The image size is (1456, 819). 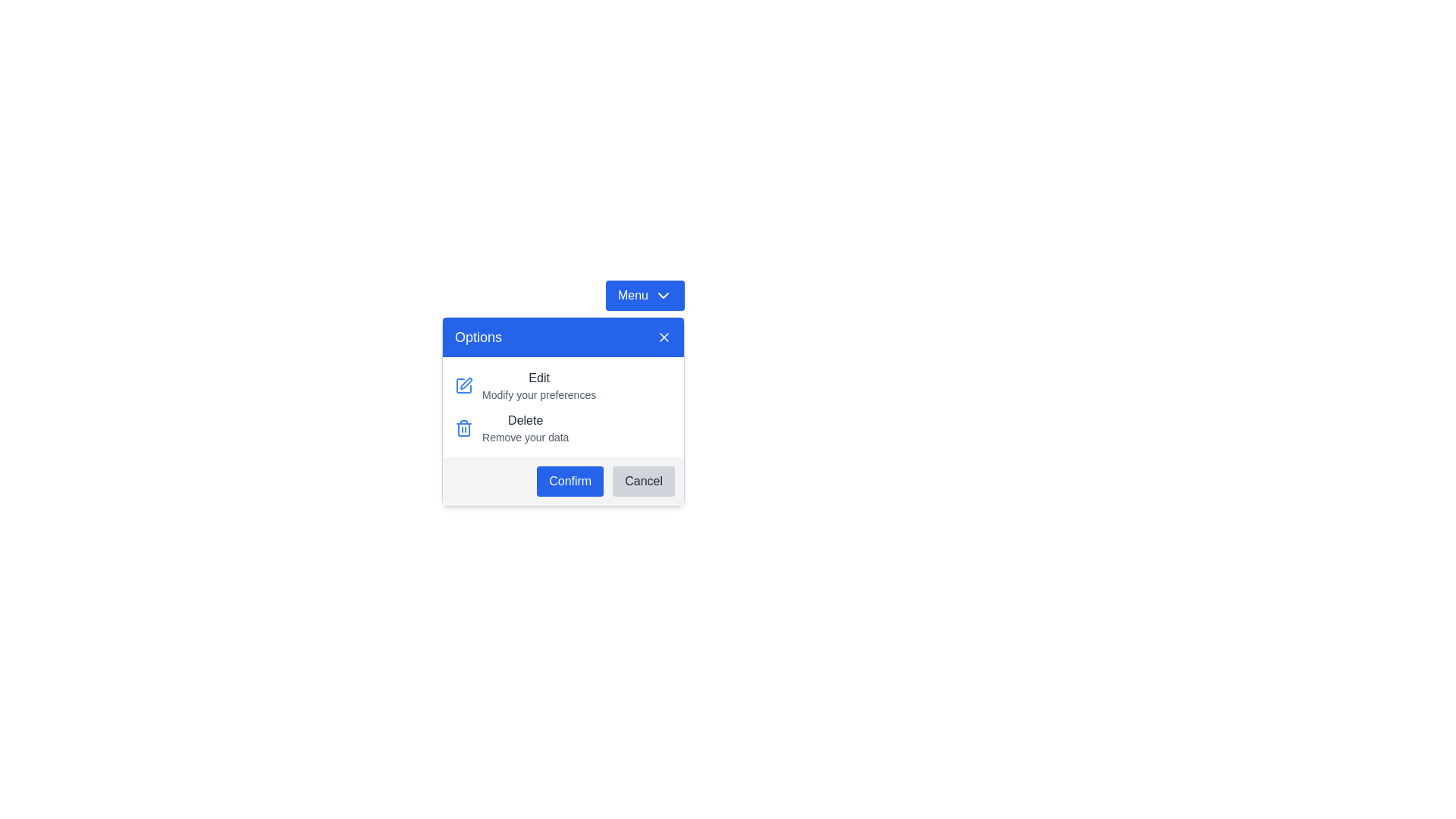 What do you see at coordinates (563, 385) in the screenshot?
I see `the first list item in the modal dialog box titled 'Options' that contains an icon and text for editing preferences or settings` at bounding box center [563, 385].